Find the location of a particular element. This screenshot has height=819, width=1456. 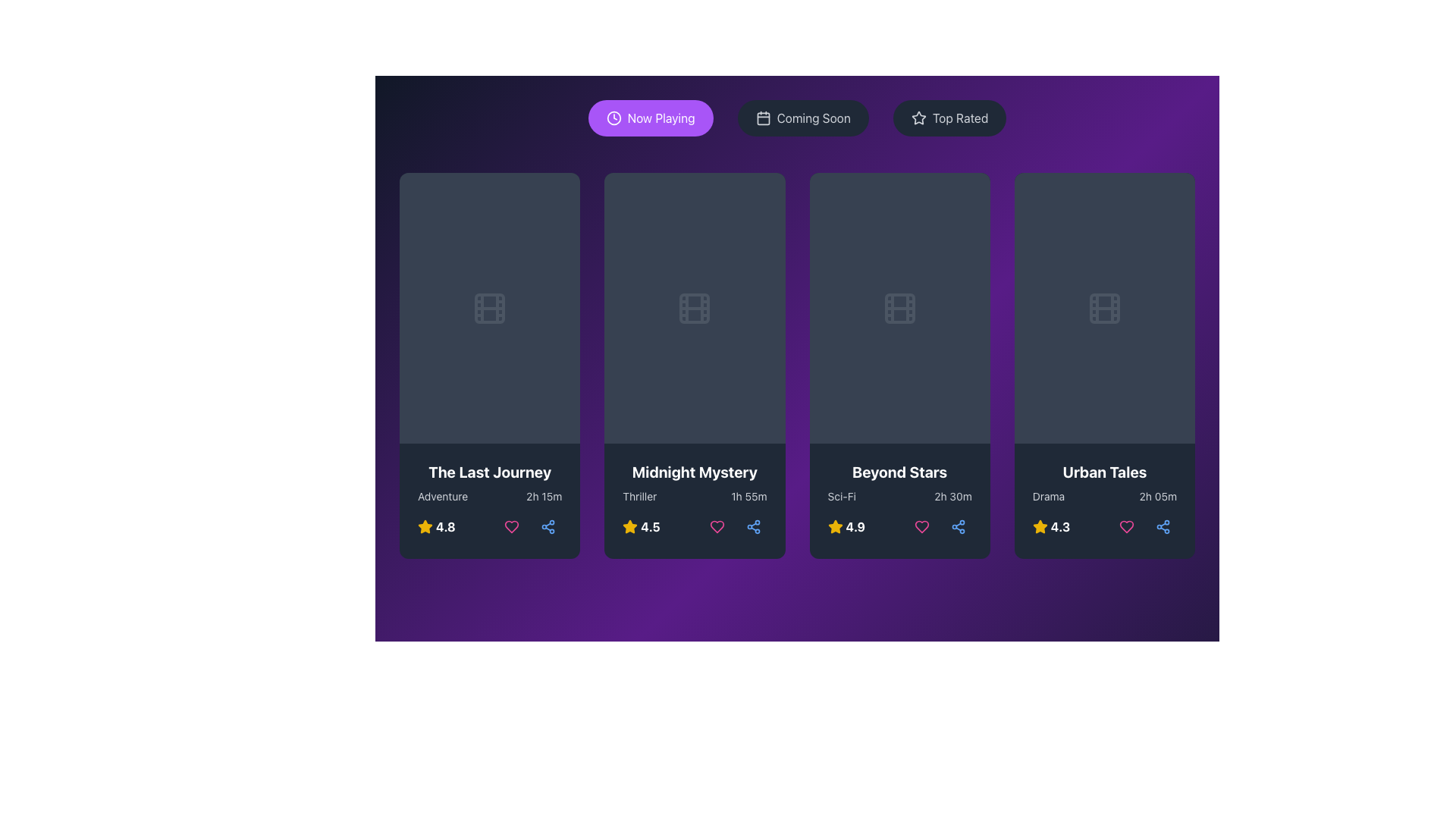

the heart-shaped icon in pink color located at the bottom right of the second card in the grid layout, below the movie title 'Midnight Mystery' and its rating, to mark or unmark it as a favorite is located at coordinates (716, 526).